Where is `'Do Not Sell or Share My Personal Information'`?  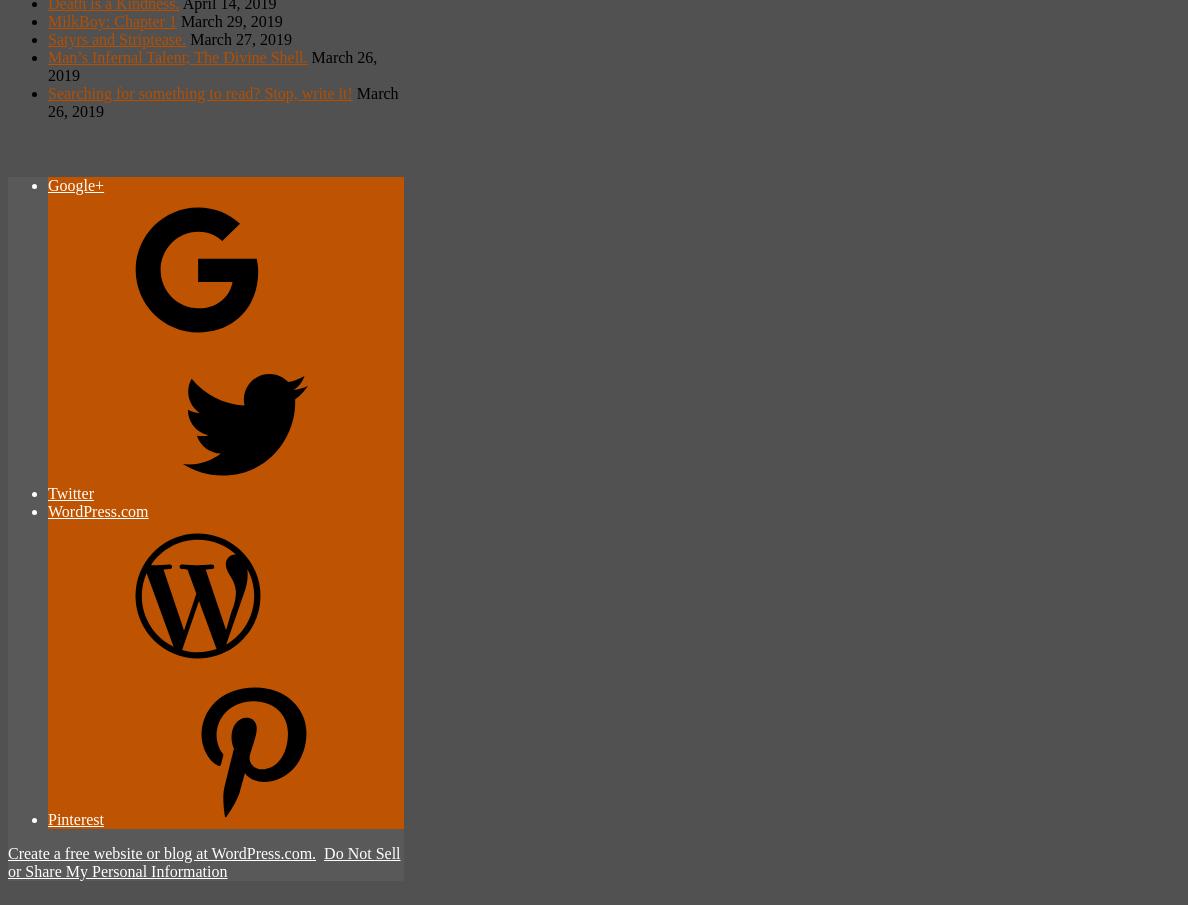
'Do Not Sell or Share My Personal Information' is located at coordinates (202, 861).